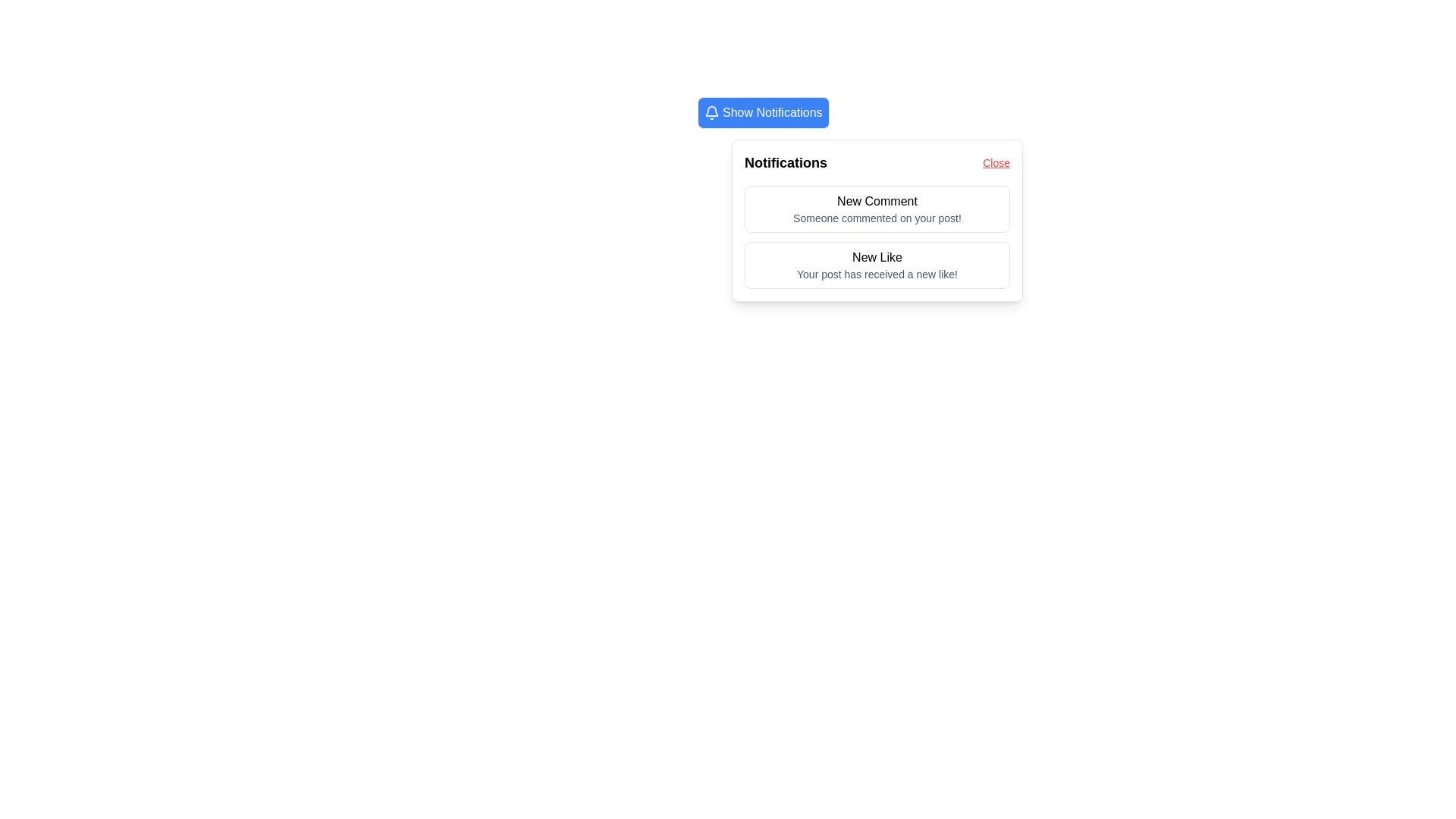 This screenshot has width=1456, height=819. What do you see at coordinates (786, 163) in the screenshot?
I see `text label at the top left of the notifications panel that serves as a header for the notifications section` at bounding box center [786, 163].